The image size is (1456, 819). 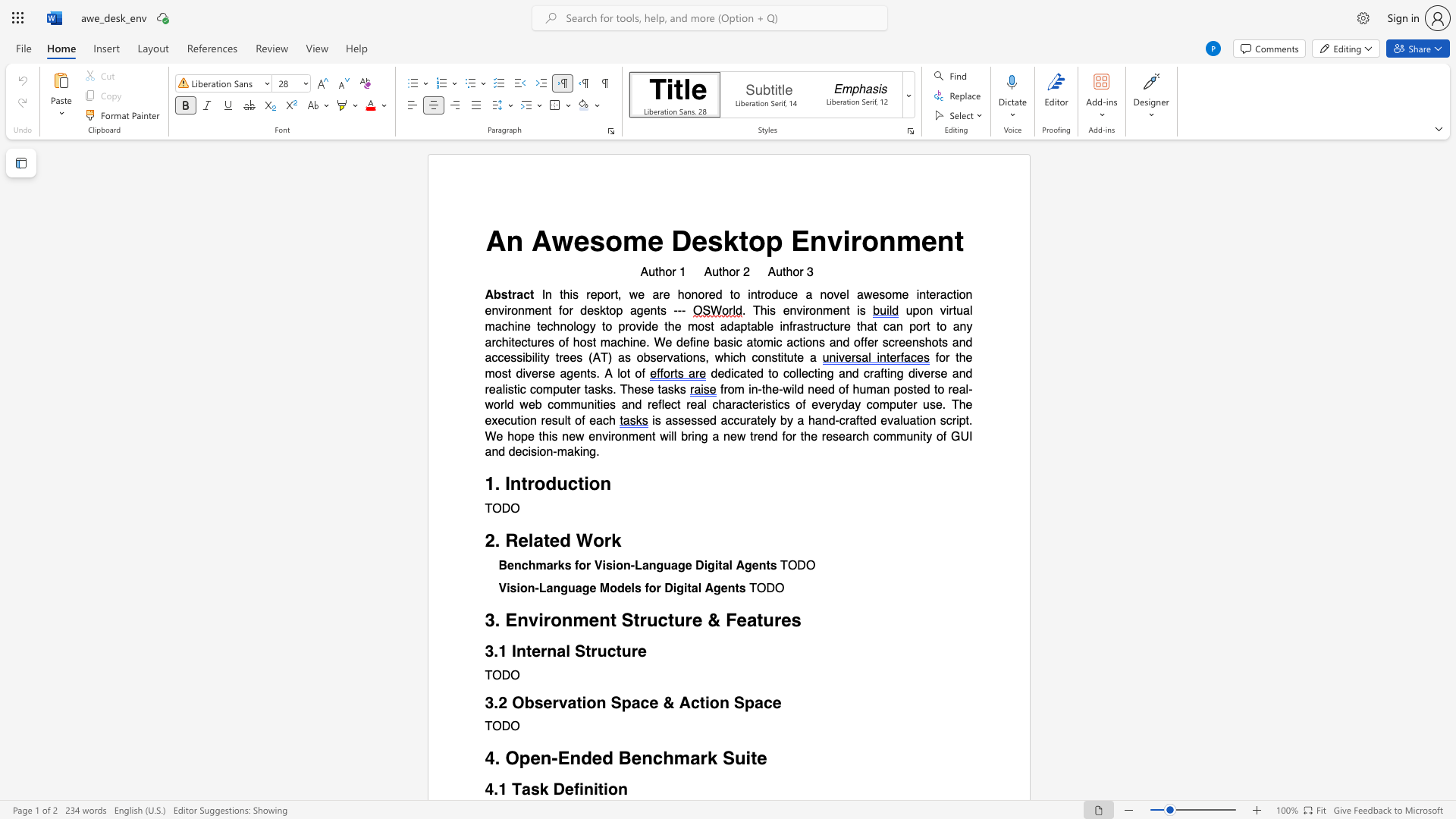 I want to click on the subset text "ll bring a new trend for" within the text "will bring a new trend for the research community of GUI and decision-making.", so click(x=670, y=436).